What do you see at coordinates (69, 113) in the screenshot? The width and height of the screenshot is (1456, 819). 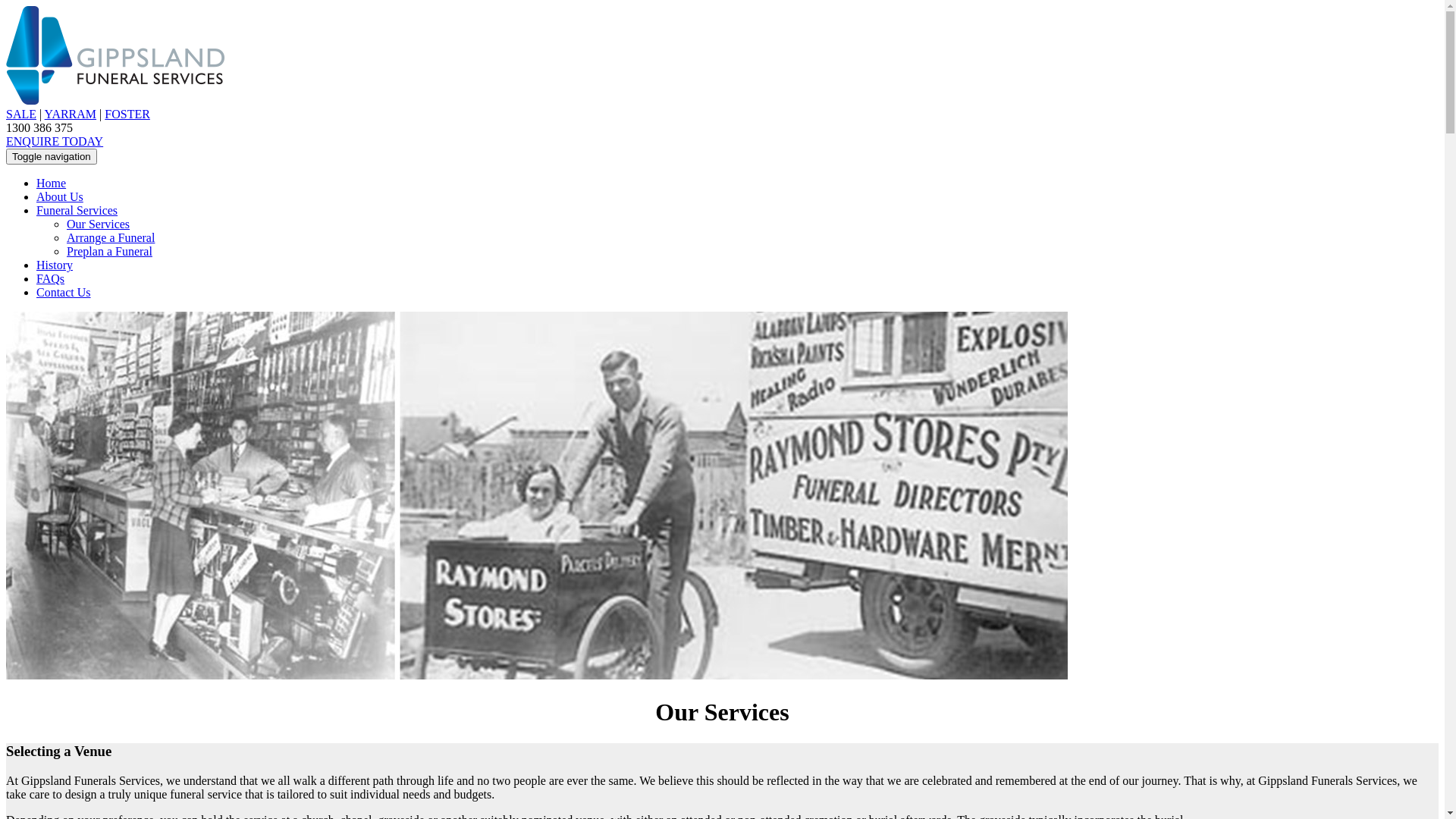 I see `'YARRAM'` at bounding box center [69, 113].